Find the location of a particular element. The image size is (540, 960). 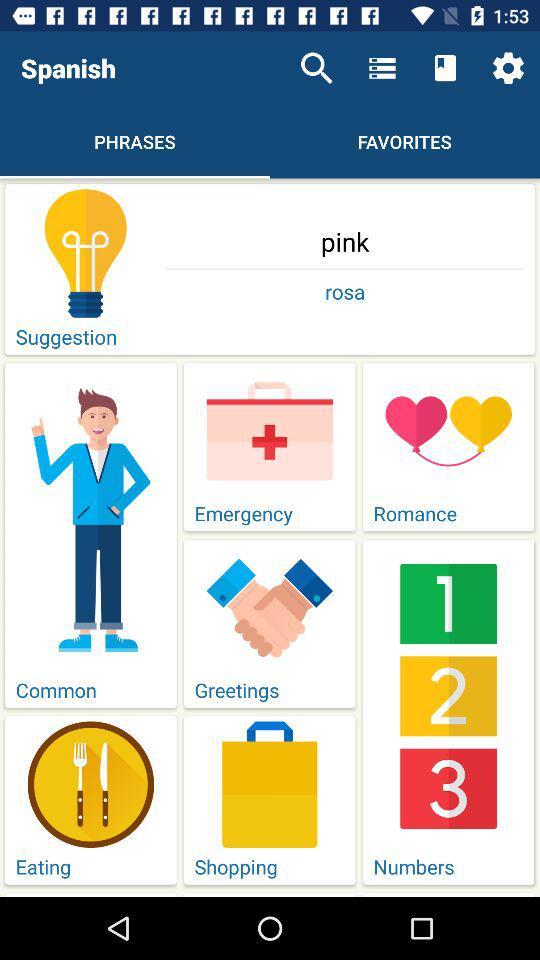

icon to the right of the spanish item is located at coordinates (316, 68).